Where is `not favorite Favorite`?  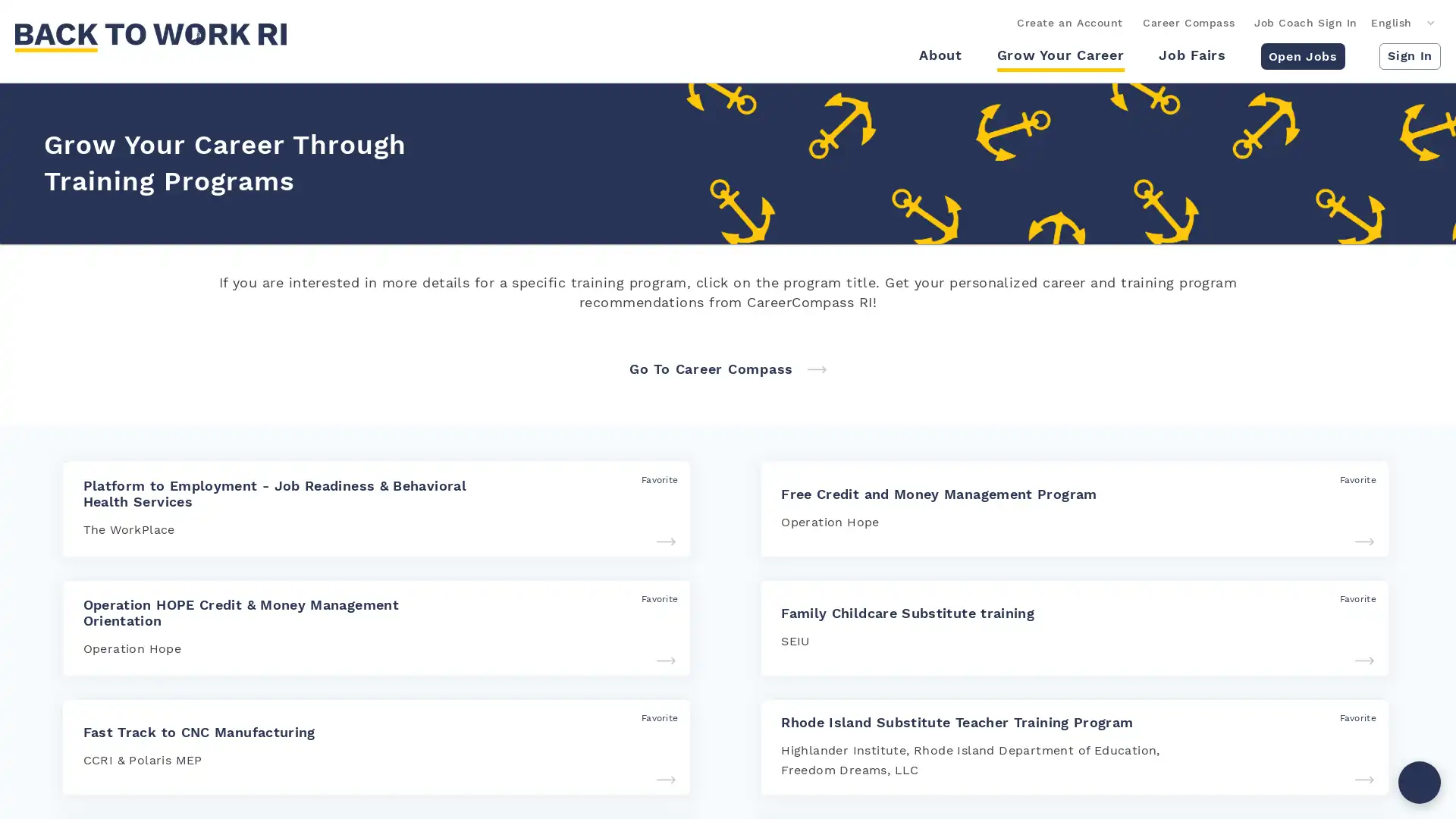
not favorite Favorite is located at coordinates (651, 598).